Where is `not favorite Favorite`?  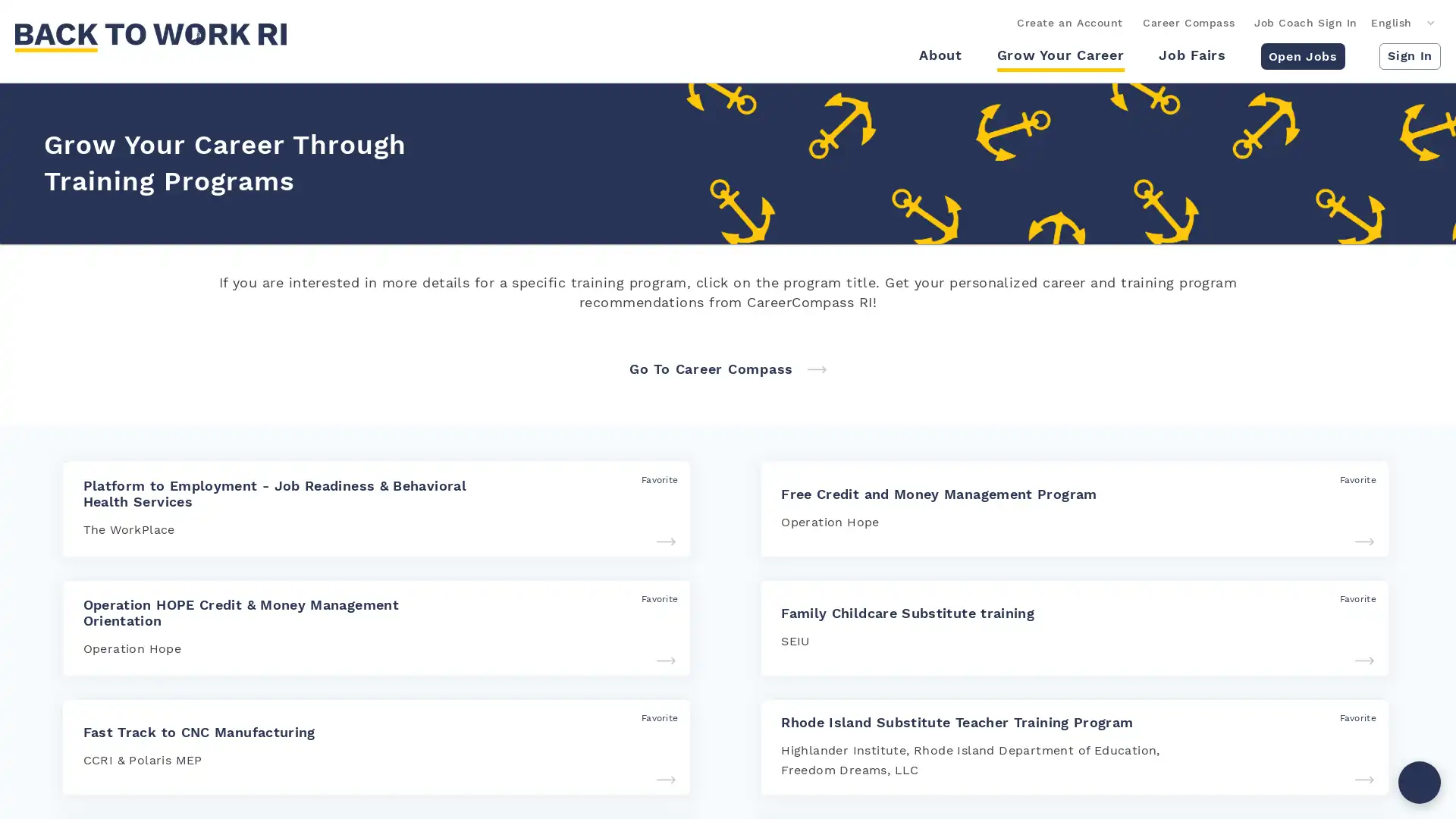
not favorite Favorite is located at coordinates (651, 598).